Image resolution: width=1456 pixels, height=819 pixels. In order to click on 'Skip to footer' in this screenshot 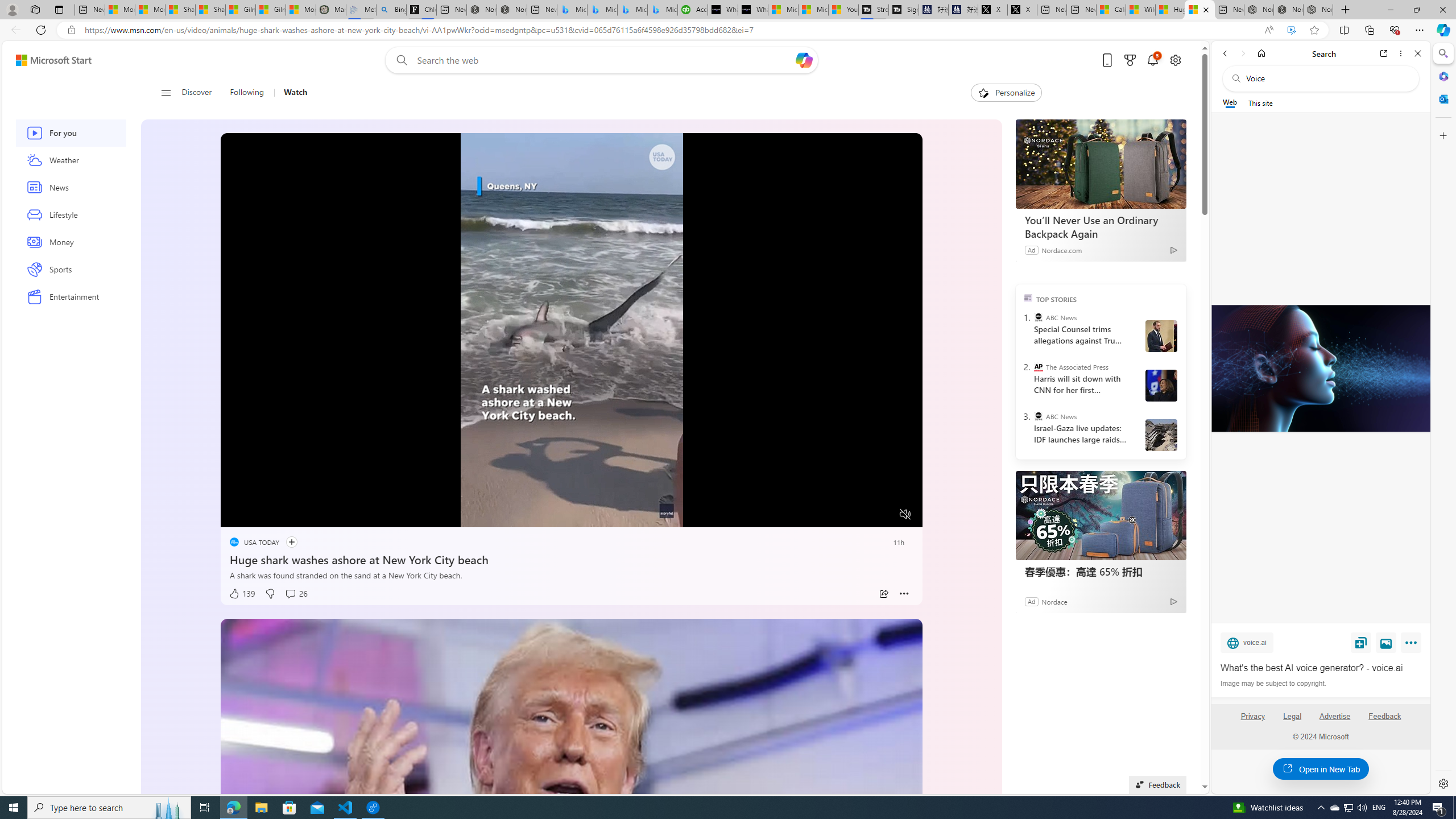, I will do `click(46, 59)`.